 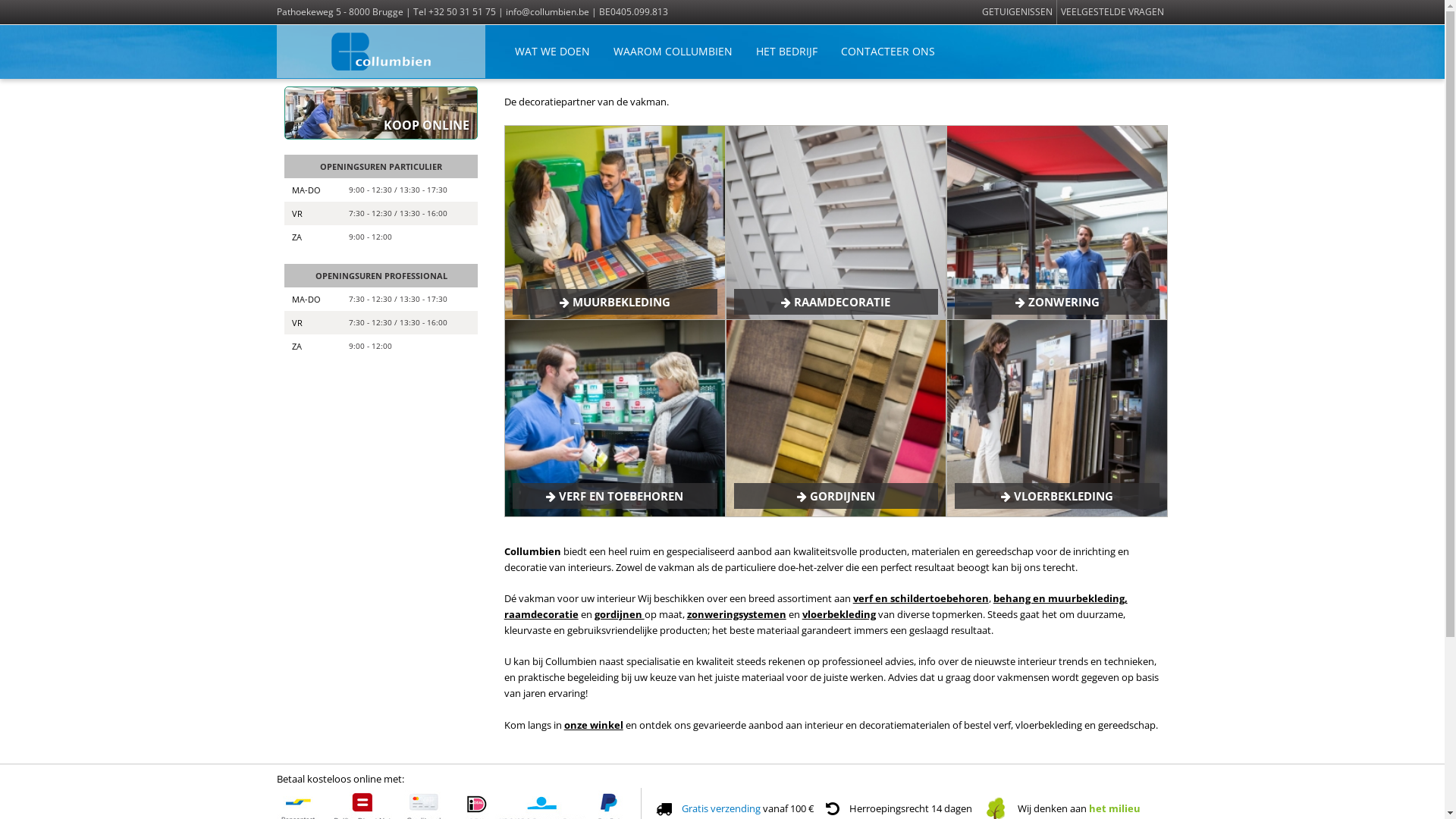 I want to click on 'verf en schildertoebehoren', so click(x=852, y=598).